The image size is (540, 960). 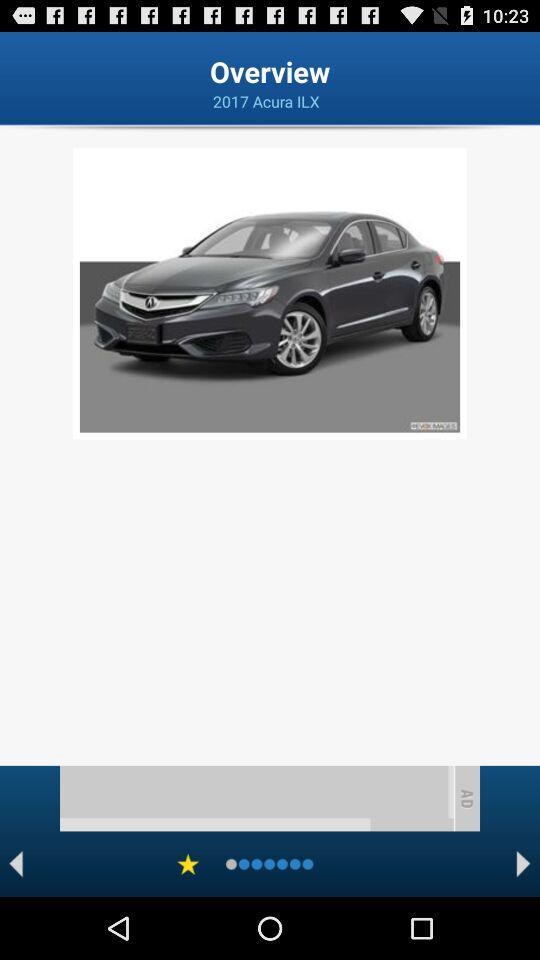 I want to click on click the star, so click(x=188, y=863).